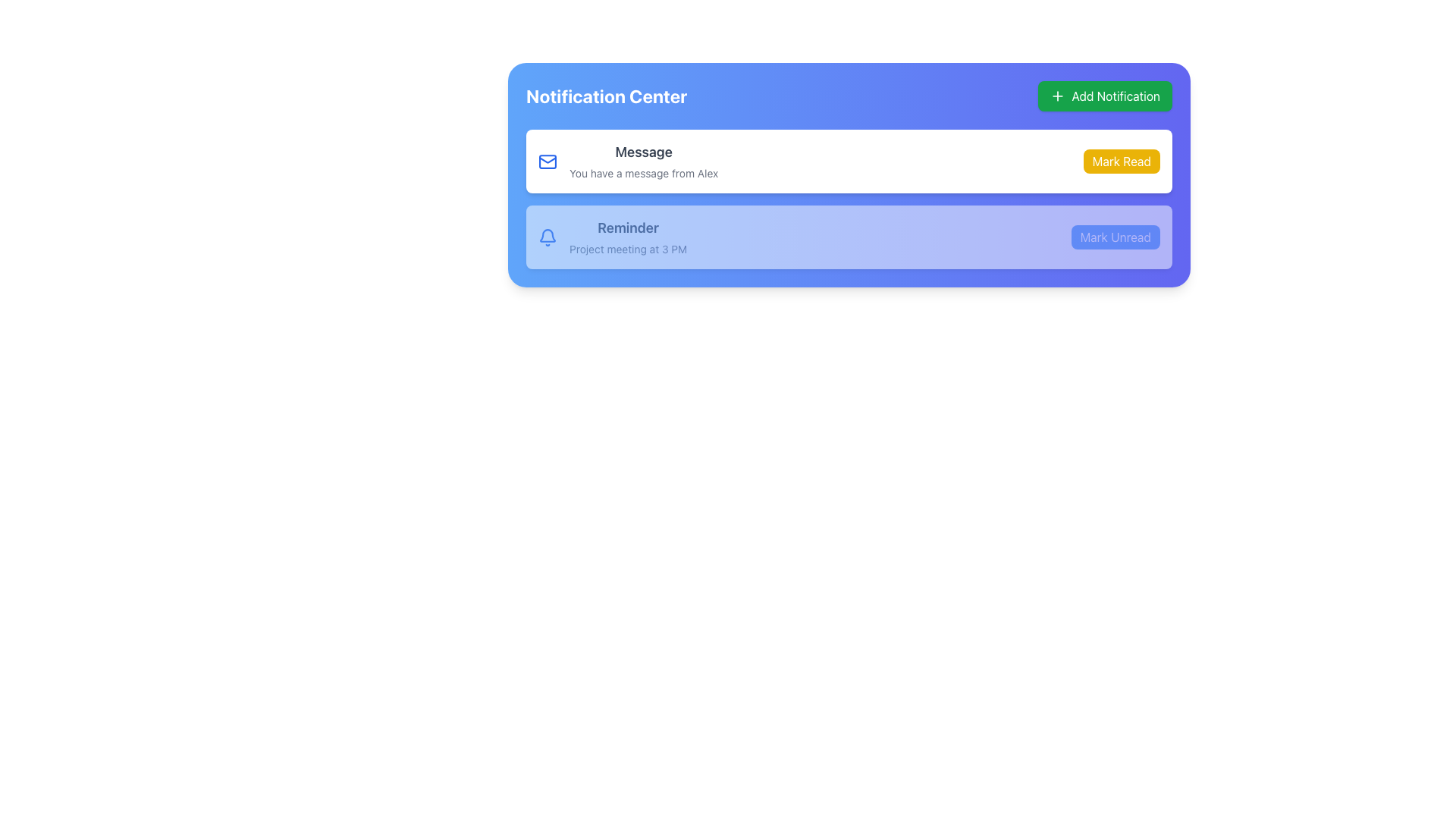 This screenshot has width=1456, height=819. I want to click on bold text label 'Reminder' which is prominently displayed in gray color at the top of the notification card, located in the lower half of the notification panel, so click(628, 227).